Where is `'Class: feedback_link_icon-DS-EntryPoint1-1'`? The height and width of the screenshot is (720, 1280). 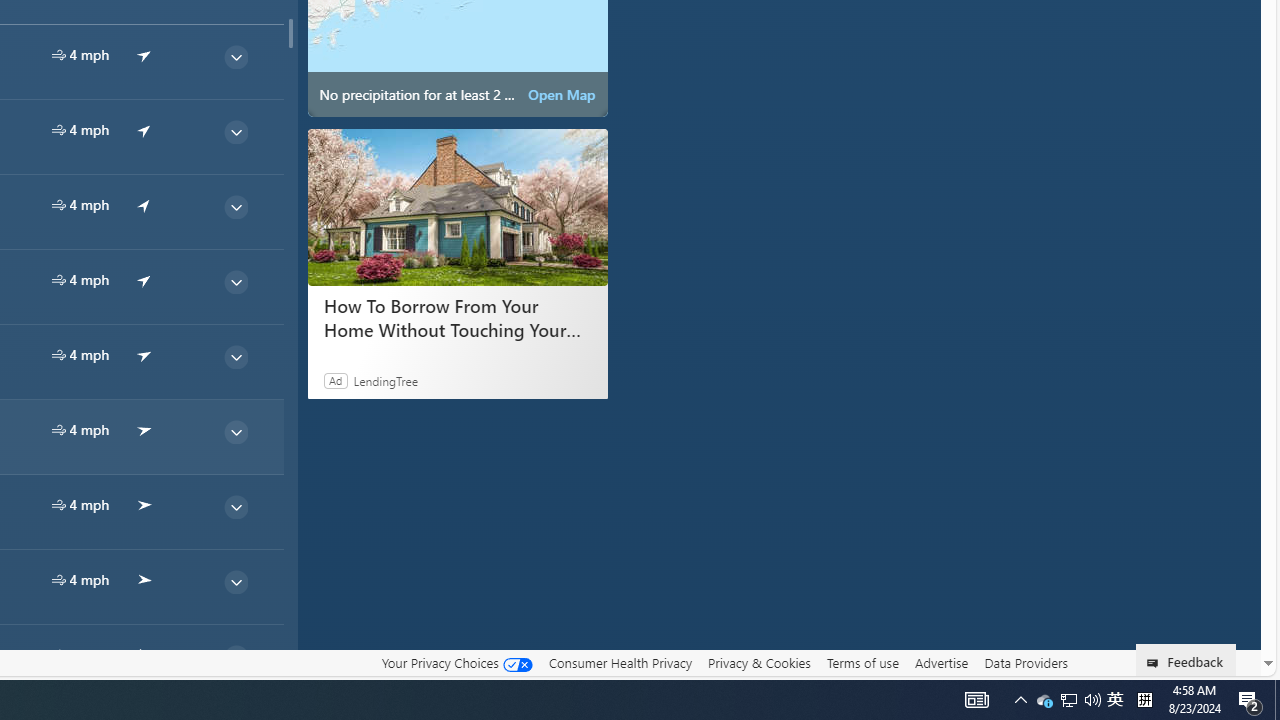
'Class: feedback_link_icon-DS-EntryPoint1-1' is located at coordinates (1156, 663).